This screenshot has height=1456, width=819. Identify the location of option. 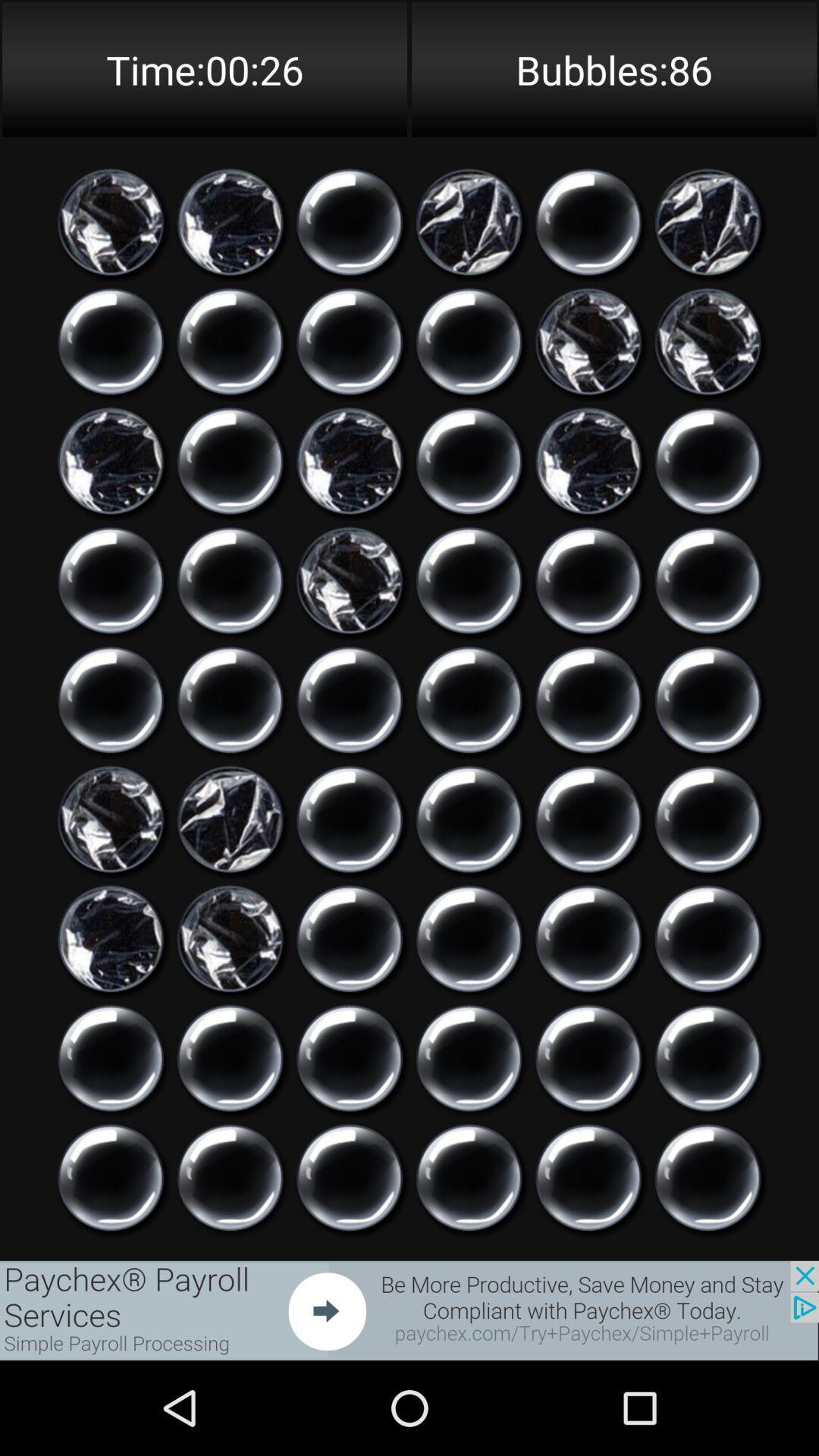
(588, 938).